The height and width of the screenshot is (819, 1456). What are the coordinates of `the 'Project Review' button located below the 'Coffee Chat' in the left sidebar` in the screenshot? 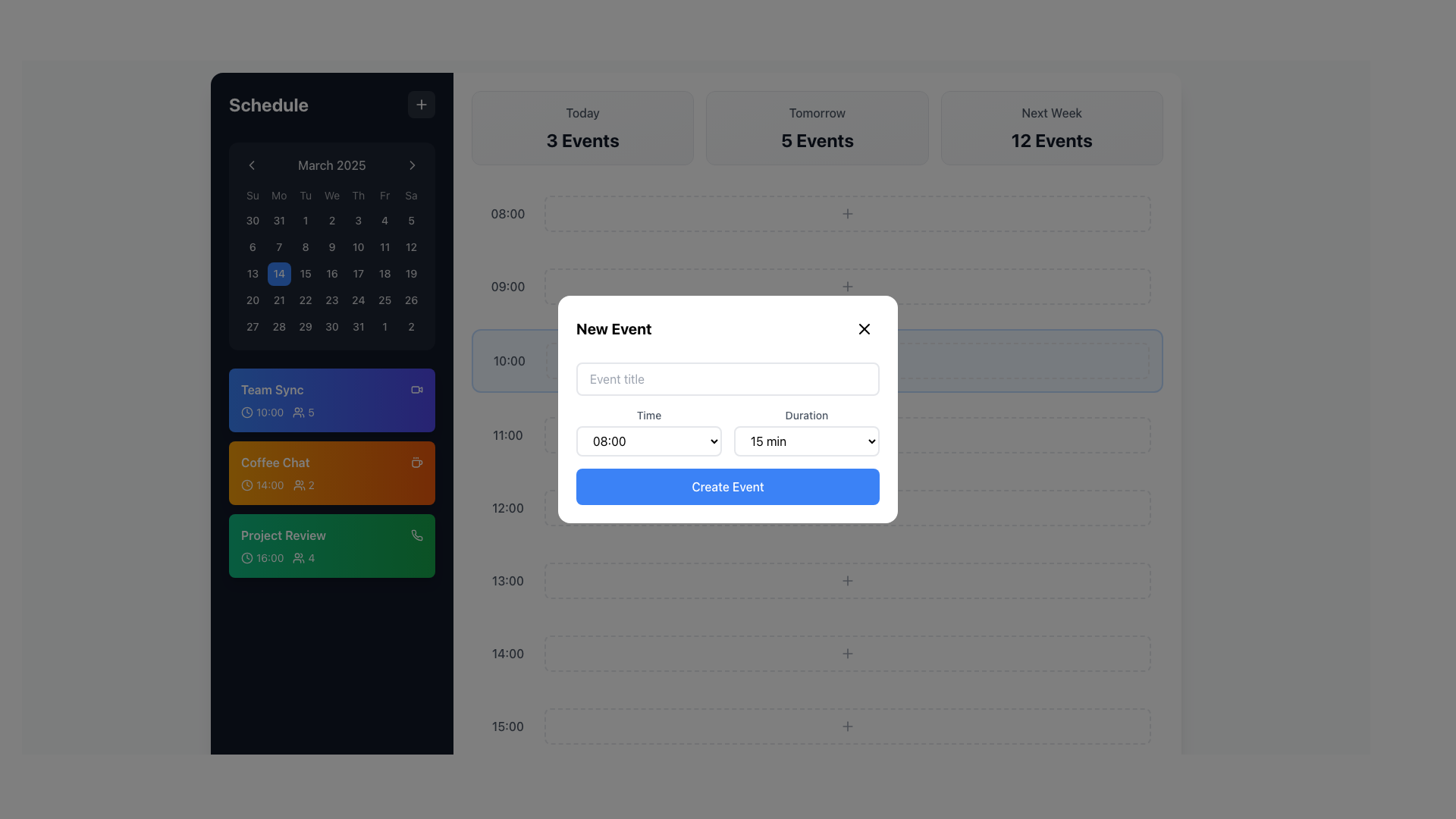 It's located at (331, 546).